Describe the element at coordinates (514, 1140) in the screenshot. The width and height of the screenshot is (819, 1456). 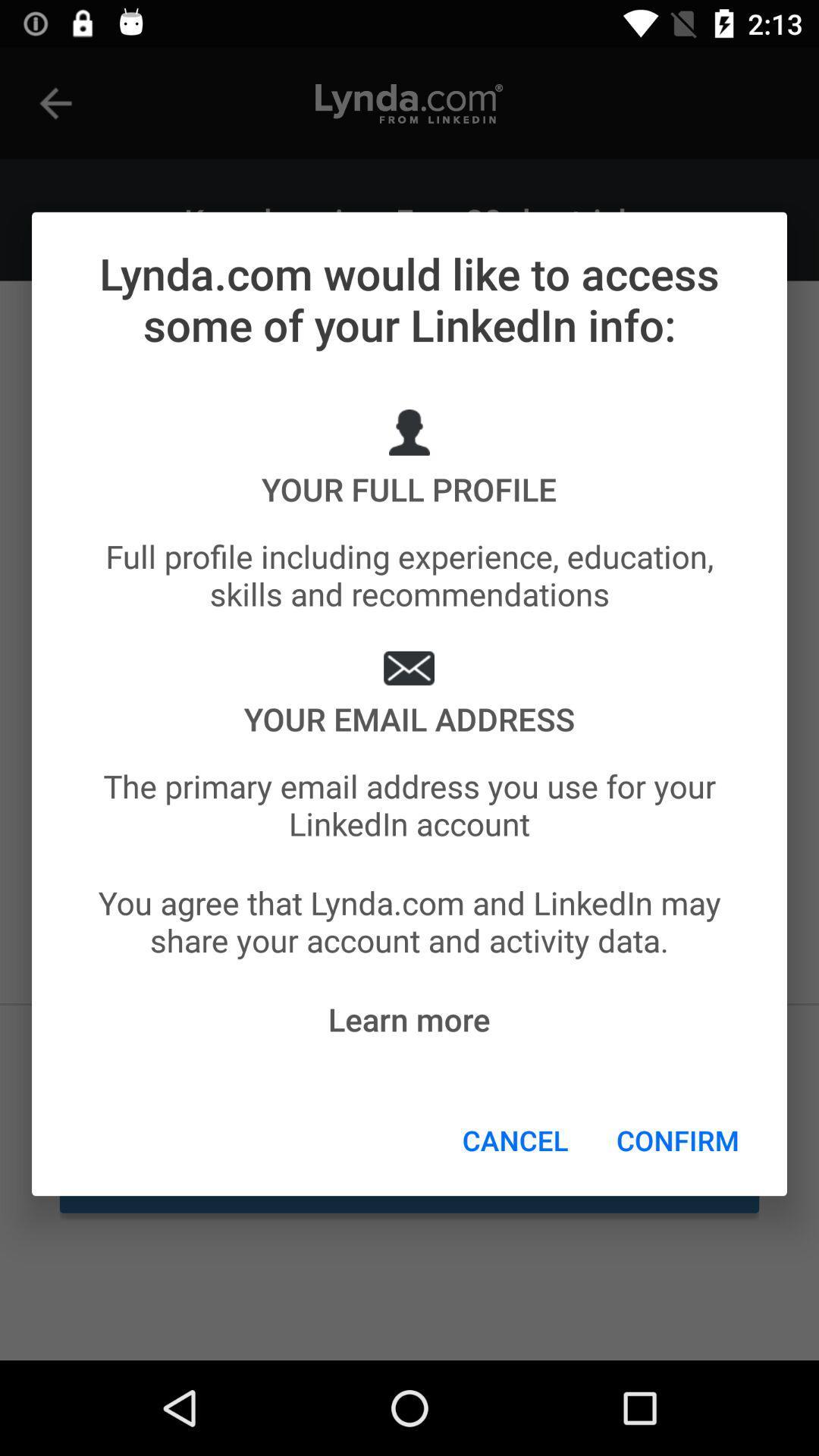
I see `the cancel icon` at that location.